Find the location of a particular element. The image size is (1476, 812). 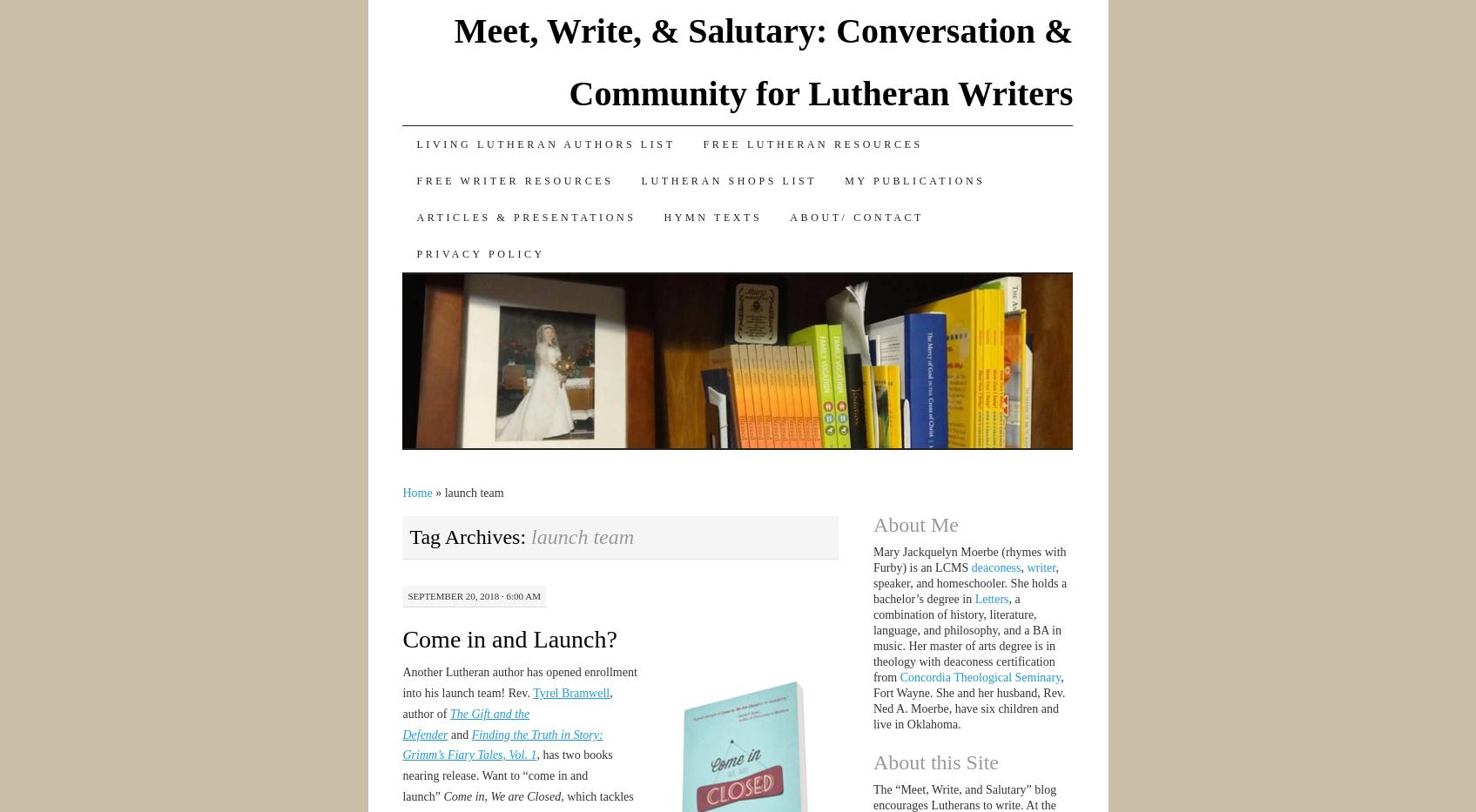

'The Gift and the Defender' is located at coordinates (465, 722).